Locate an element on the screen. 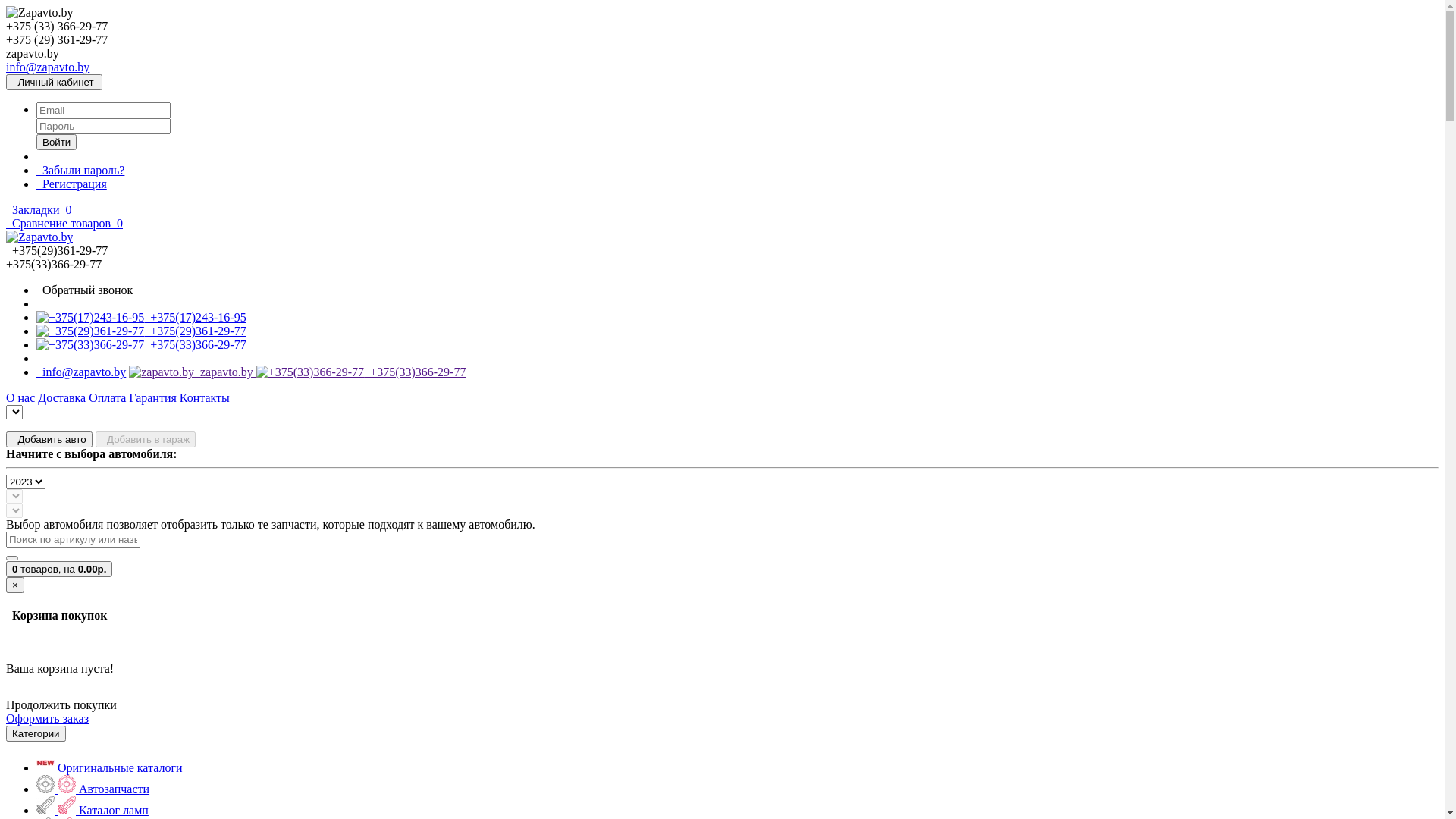 The height and width of the screenshot is (819, 1456). '  +375(33)366-29-77' is located at coordinates (141, 344).